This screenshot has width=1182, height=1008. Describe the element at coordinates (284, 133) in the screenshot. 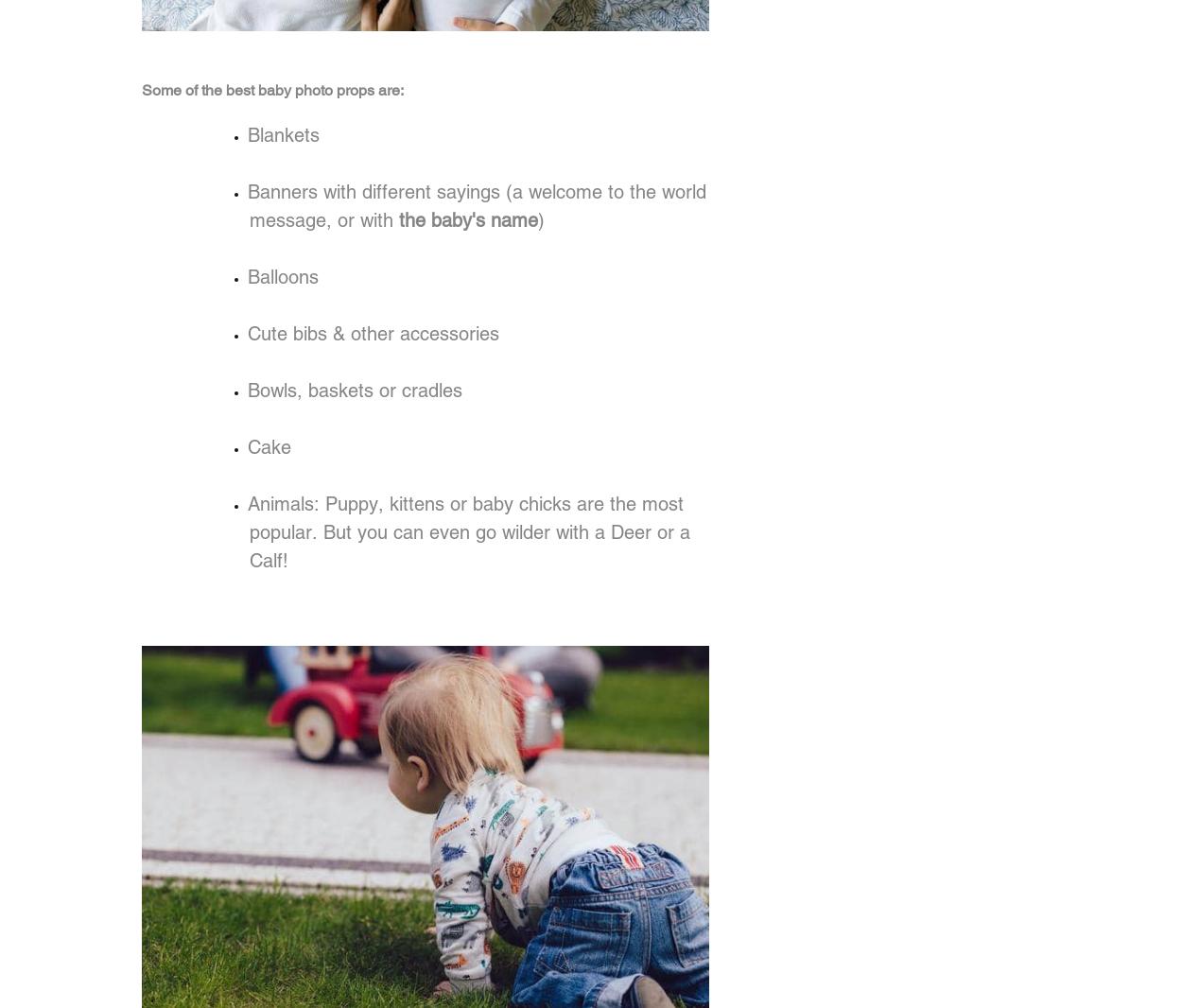

I see `'Blankets'` at that location.